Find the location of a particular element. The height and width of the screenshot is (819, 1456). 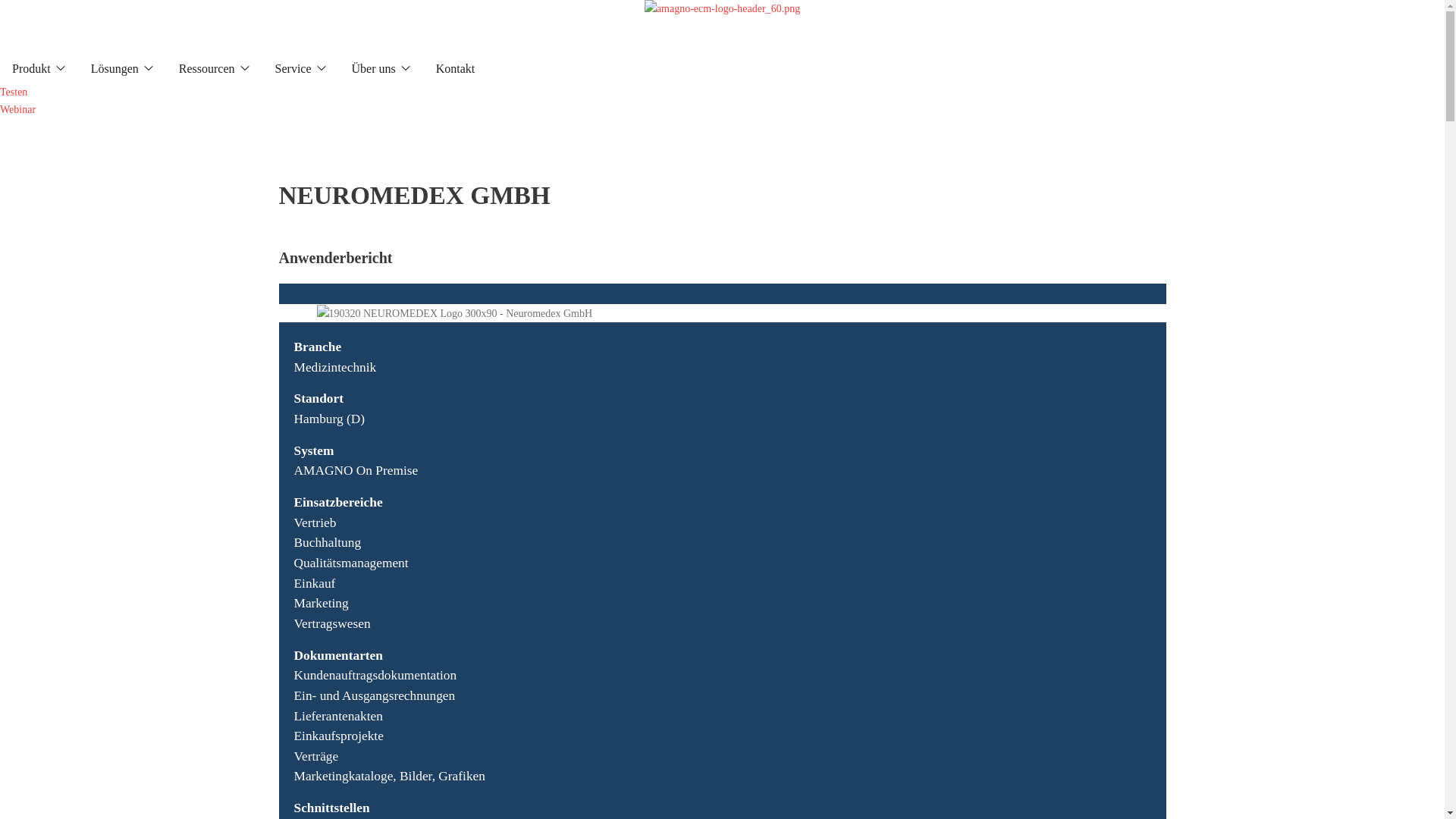

'Kontakt' is located at coordinates (454, 68).